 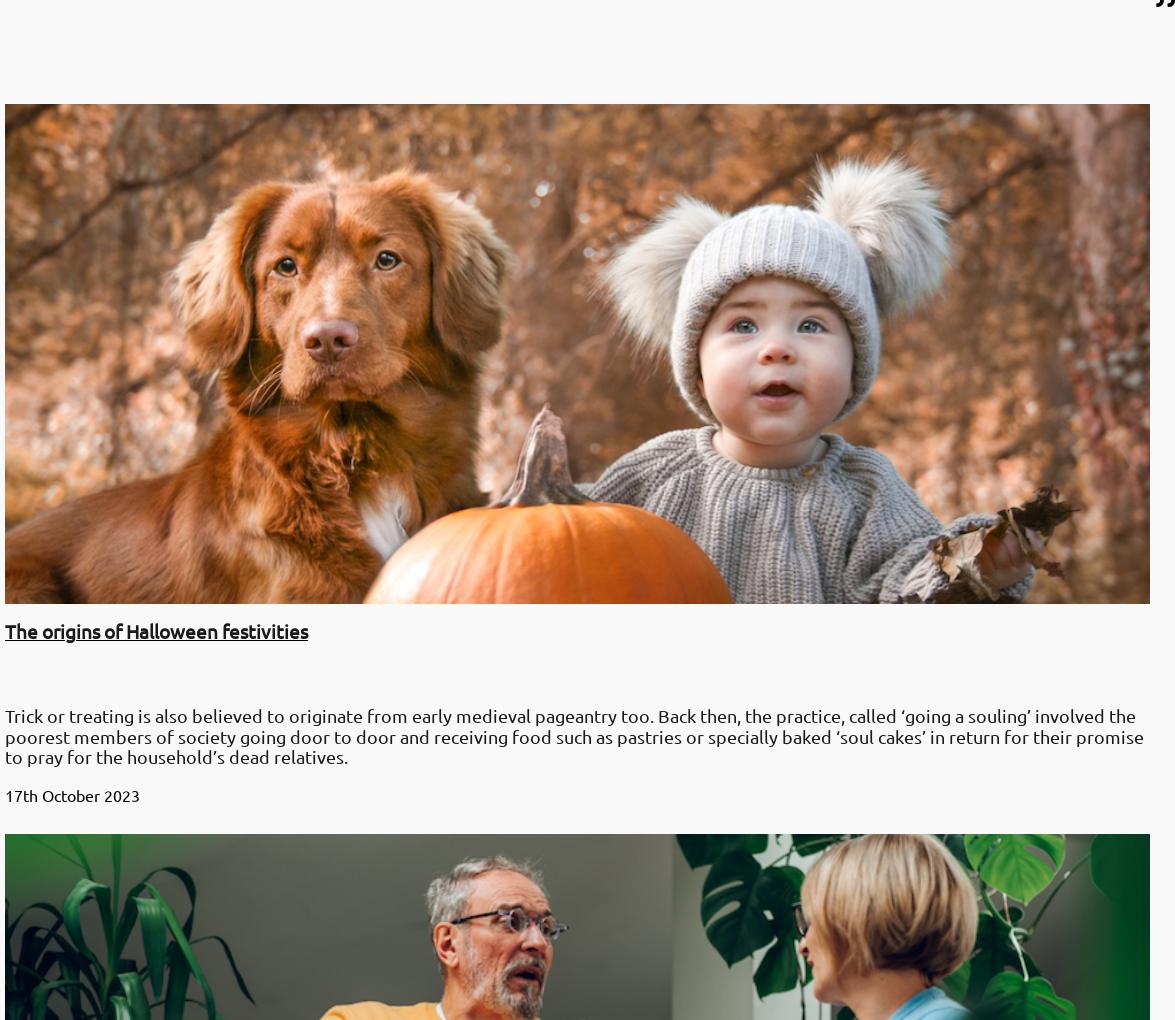 What do you see at coordinates (15, 820) in the screenshot?
I see `'Top Floor, Raven House, 29 Linkfield Lane'` at bounding box center [15, 820].